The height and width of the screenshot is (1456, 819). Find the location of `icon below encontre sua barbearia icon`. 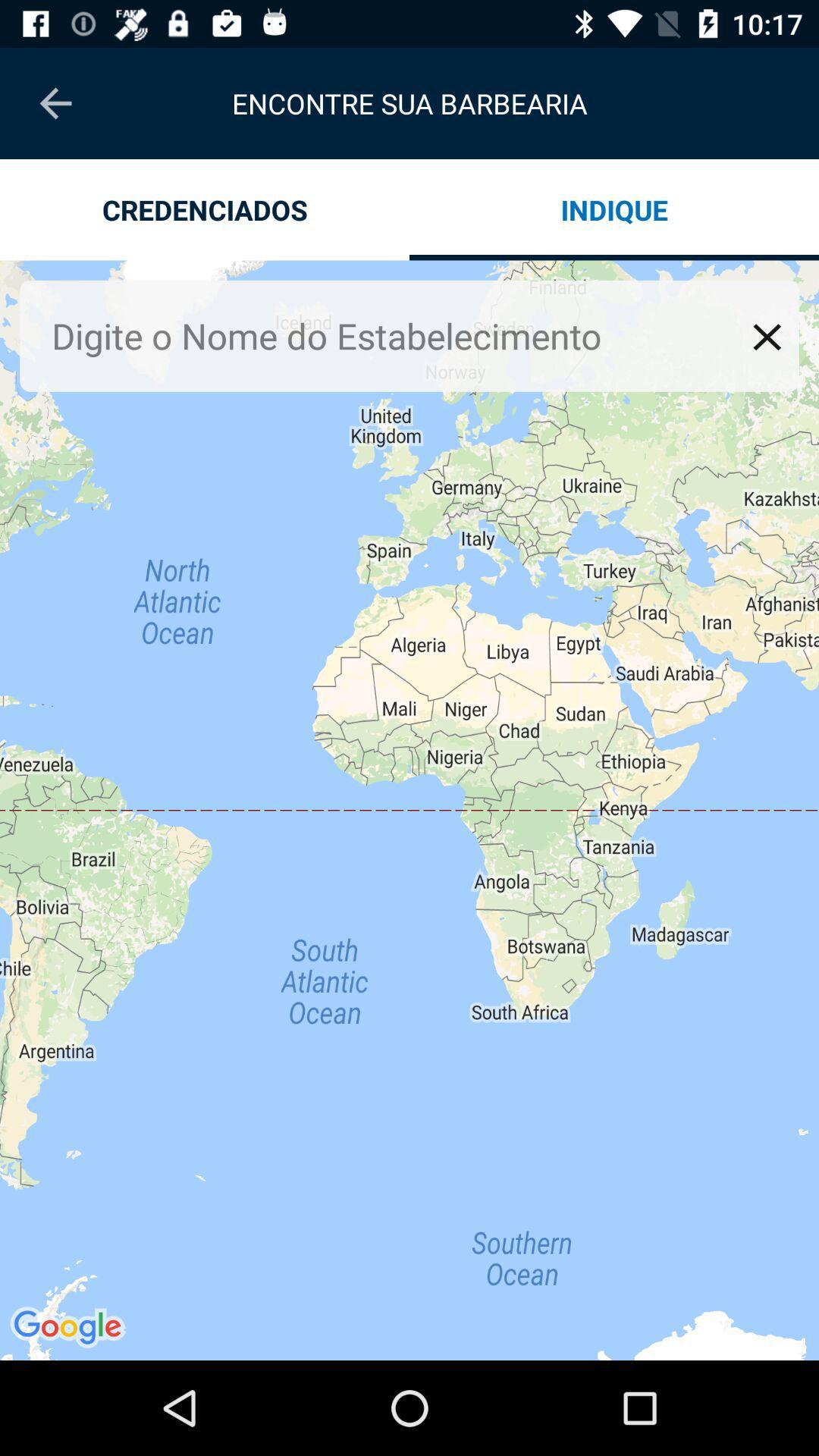

icon below encontre sua barbearia icon is located at coordinates (614, 209).